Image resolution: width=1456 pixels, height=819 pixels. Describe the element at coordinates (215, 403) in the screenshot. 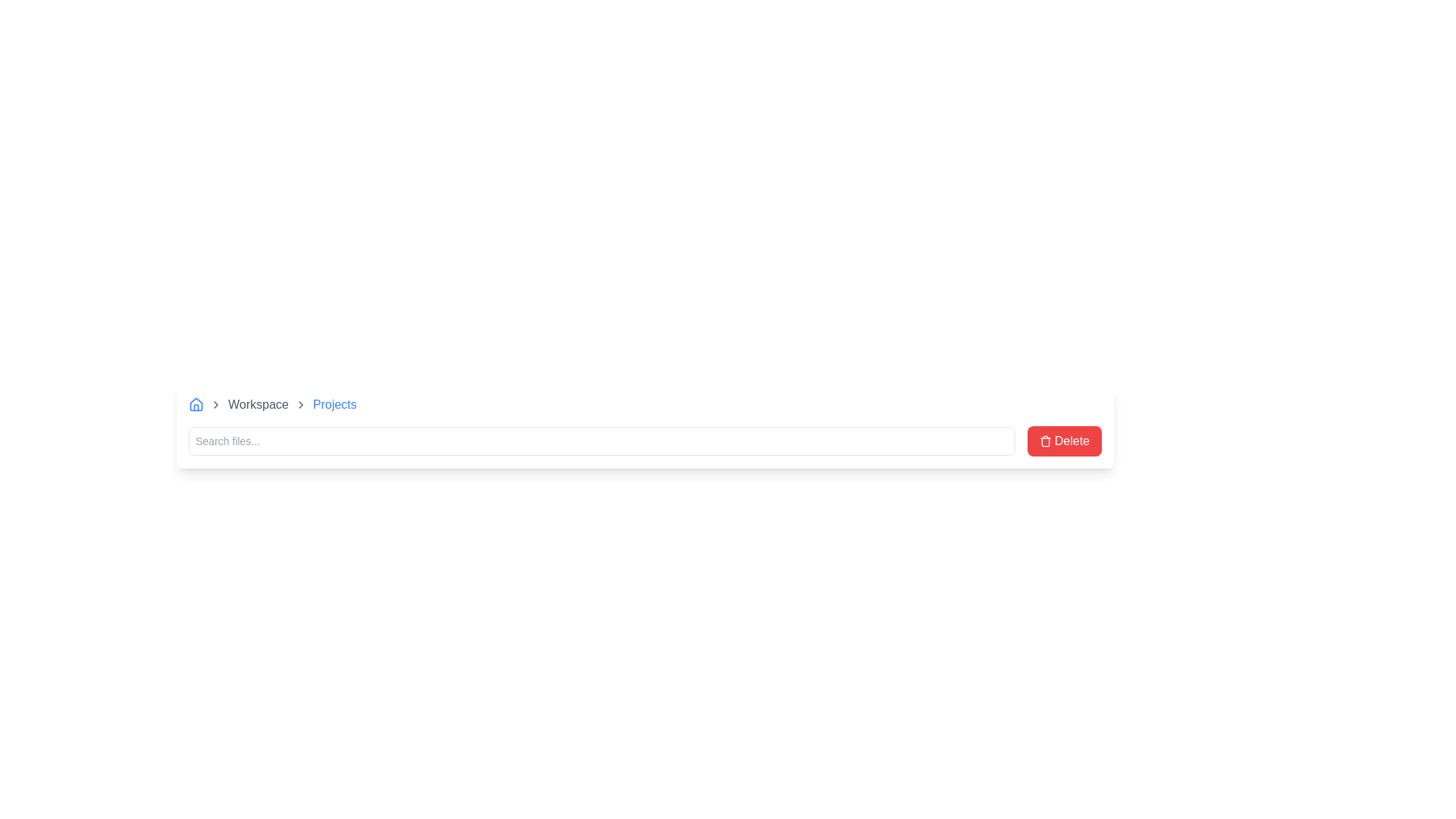

I see `the second icon in the breadcrumb navigation that separates 'Home' and 'Workspace'` at that location.